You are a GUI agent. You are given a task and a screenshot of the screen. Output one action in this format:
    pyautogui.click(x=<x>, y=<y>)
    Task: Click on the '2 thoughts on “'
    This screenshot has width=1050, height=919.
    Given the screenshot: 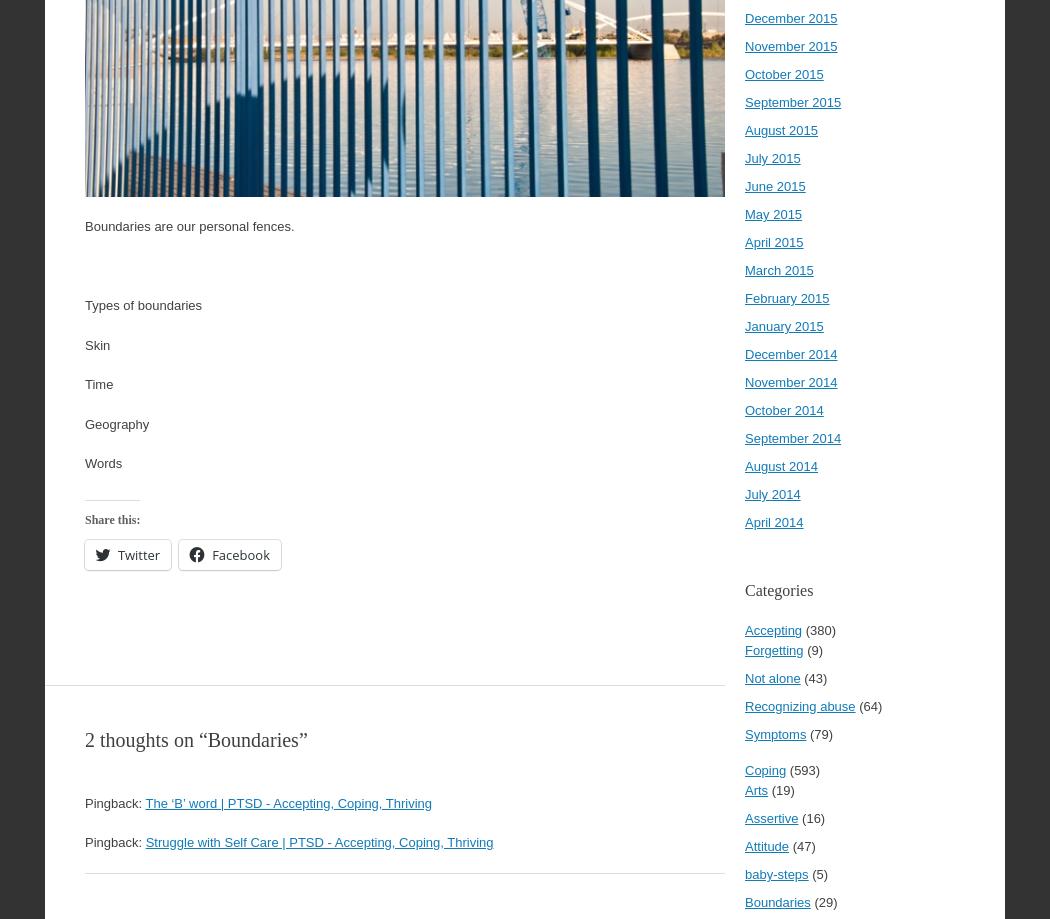 What is the action you would take?
    pyautogui.click(x=144, y=738)
    